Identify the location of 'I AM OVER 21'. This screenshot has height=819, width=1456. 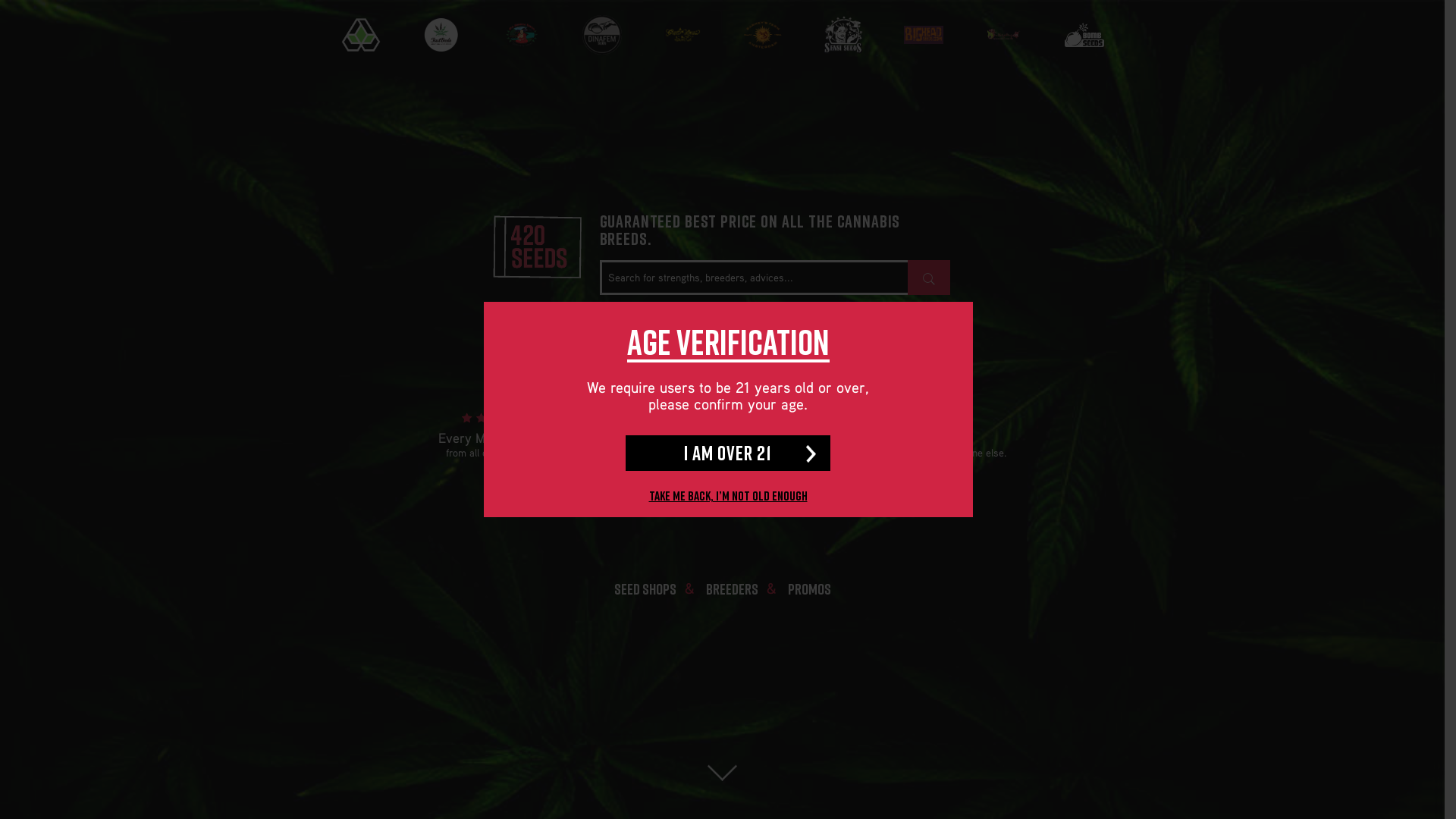
(626, 452).